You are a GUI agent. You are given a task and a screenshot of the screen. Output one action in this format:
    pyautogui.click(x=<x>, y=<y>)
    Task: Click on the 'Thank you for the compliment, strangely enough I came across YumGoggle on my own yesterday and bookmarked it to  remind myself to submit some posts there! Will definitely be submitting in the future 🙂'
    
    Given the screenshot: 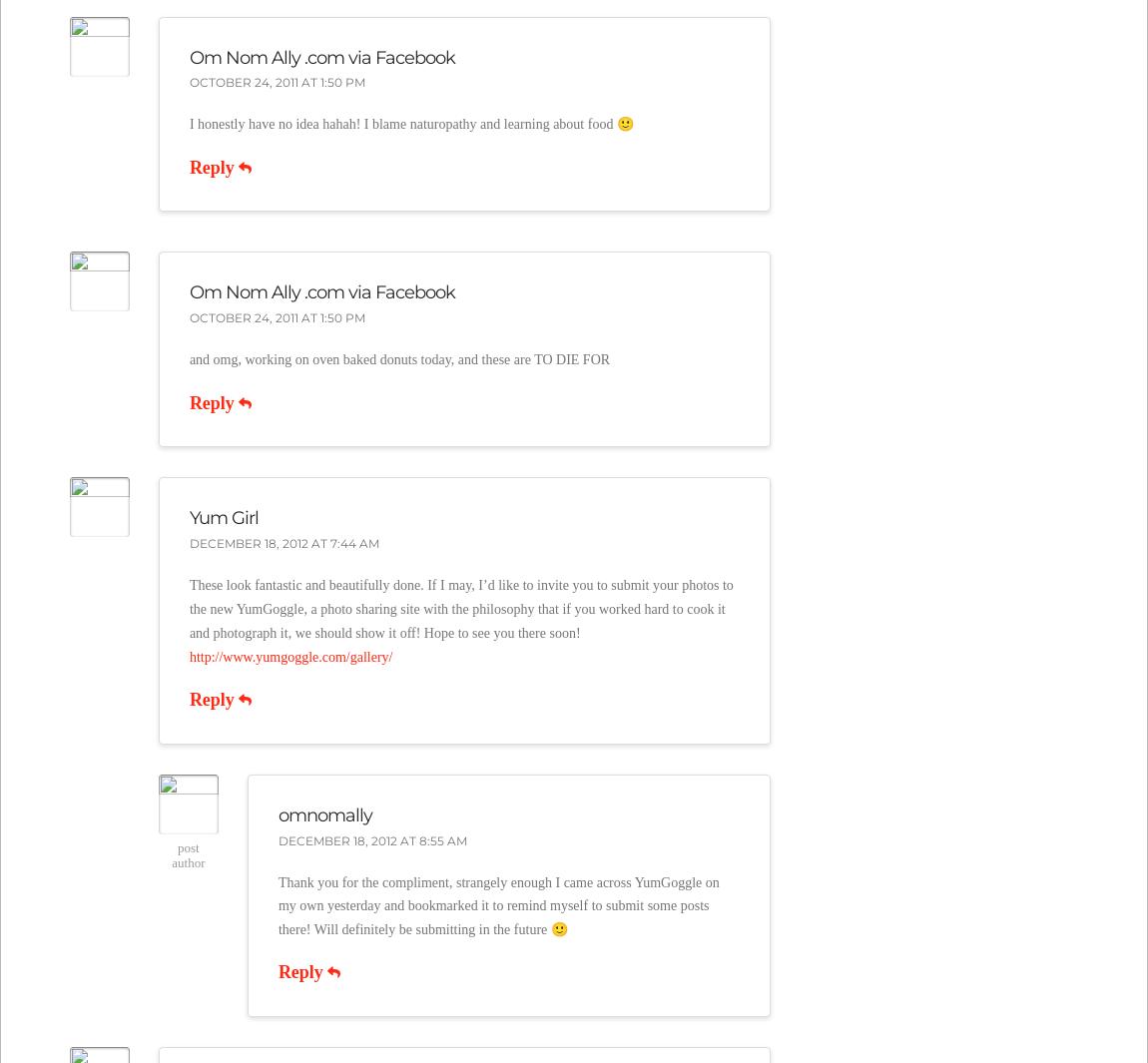 What is the action you would take?
    pyautogui.click(x=276, y=905)
    